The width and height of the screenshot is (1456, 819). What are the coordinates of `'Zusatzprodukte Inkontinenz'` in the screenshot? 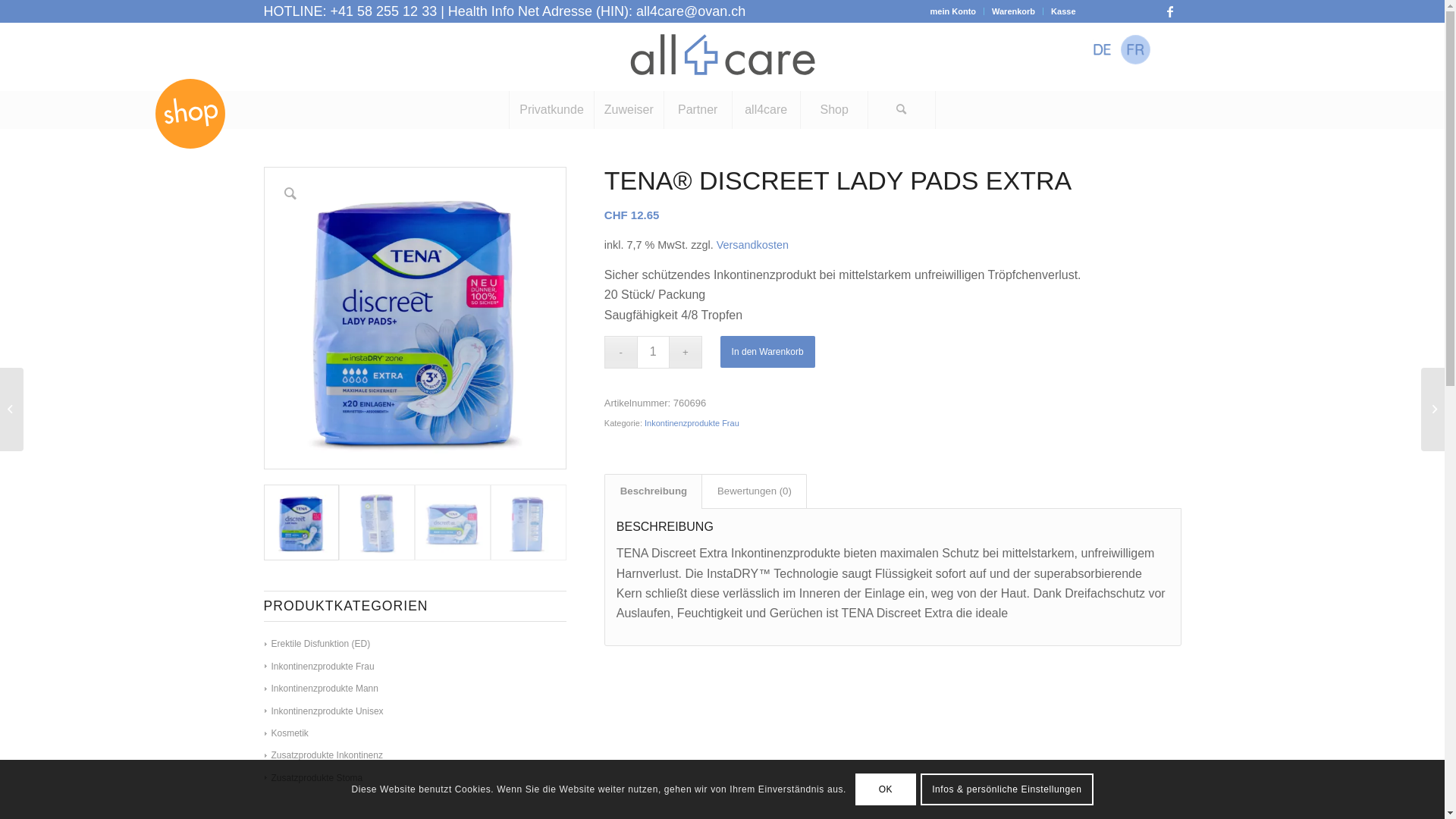 It's located at (263, 755).